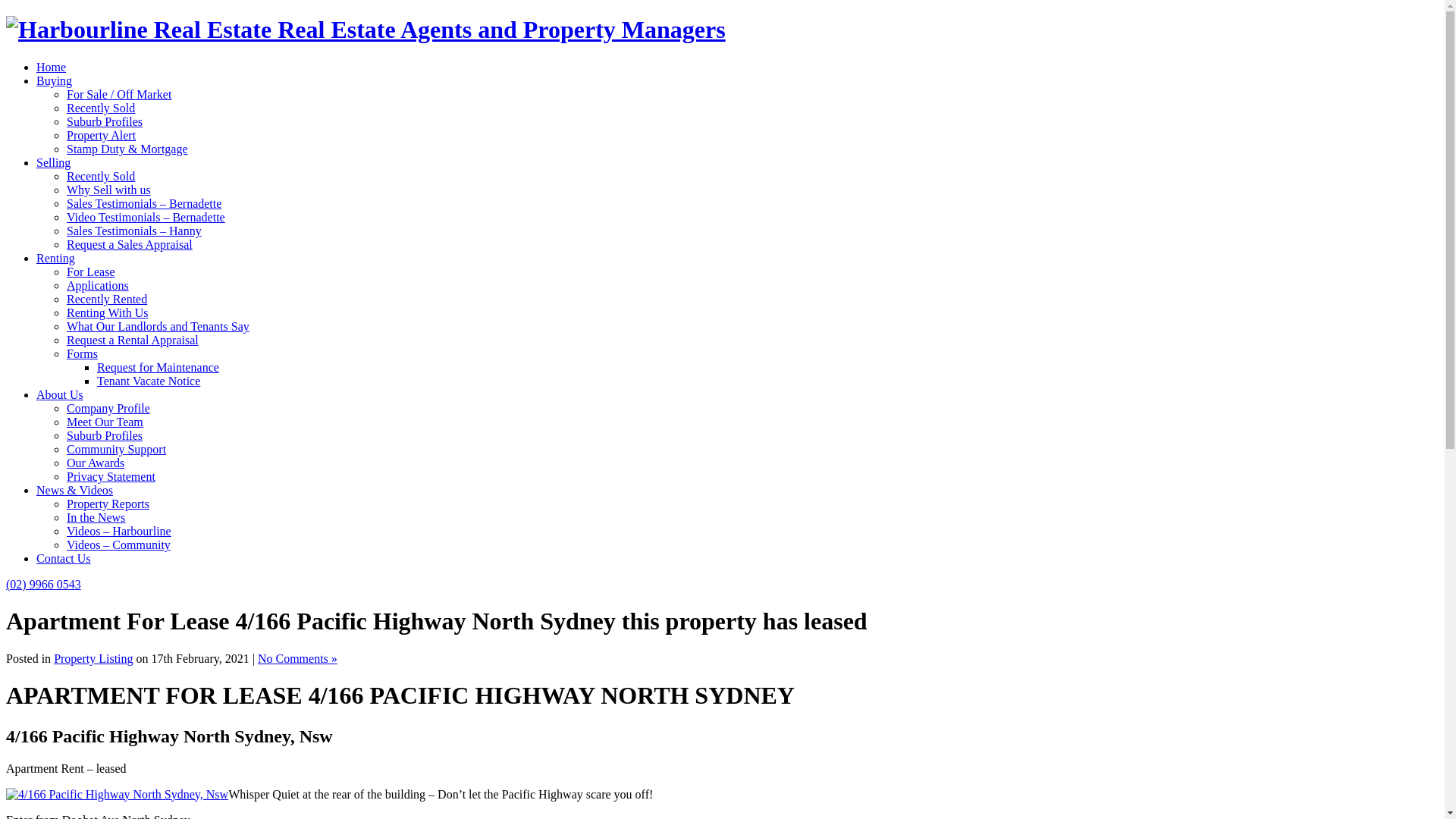 This screenshot has width=1456, height=819. What do you see at coordinates (104, 121) in the screenshot?
I see `'Suburb Profiles'` at bounding box center [104, 121].